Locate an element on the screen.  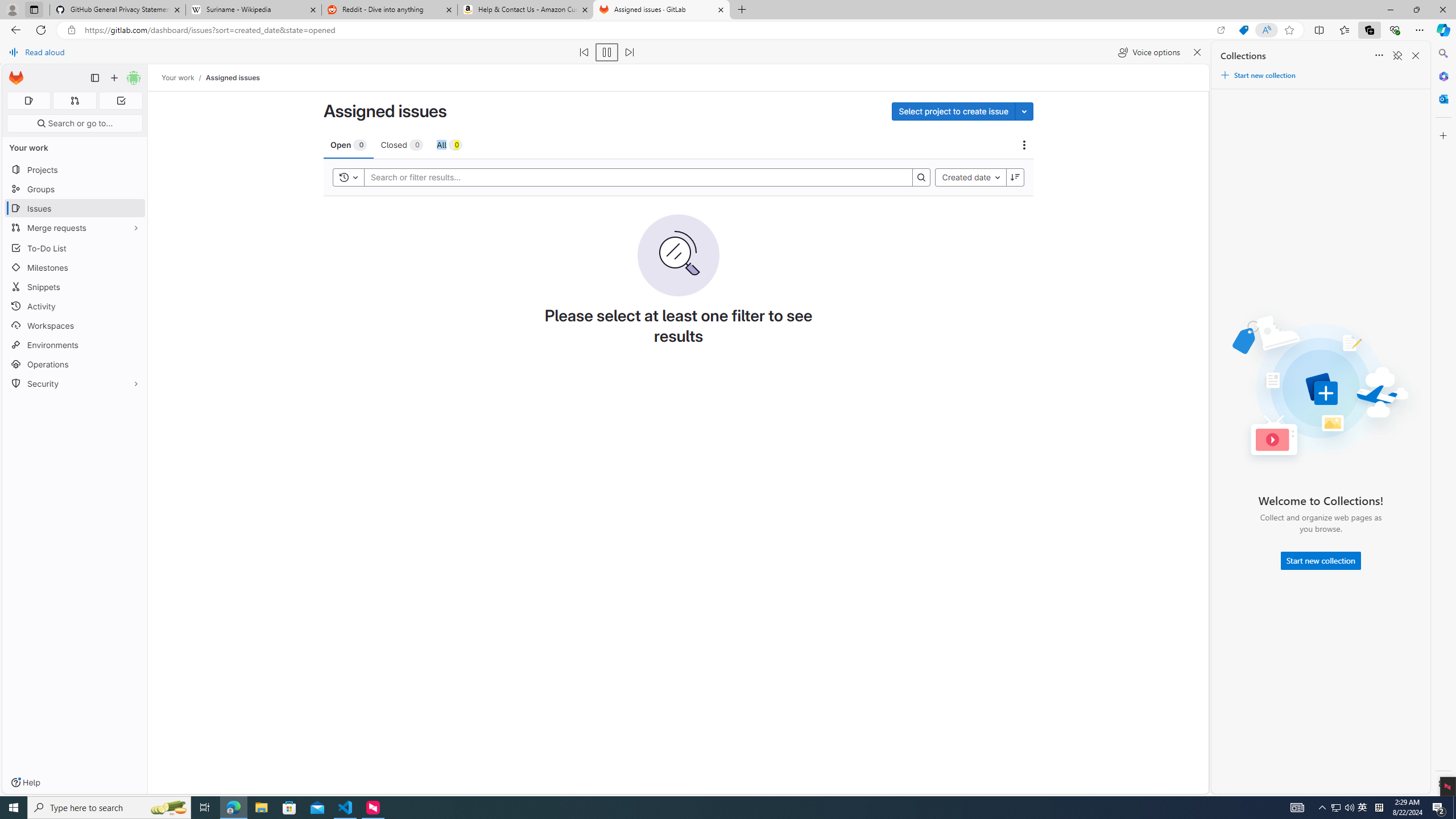
'Assigned issues' is located at coordinates (232, 78).